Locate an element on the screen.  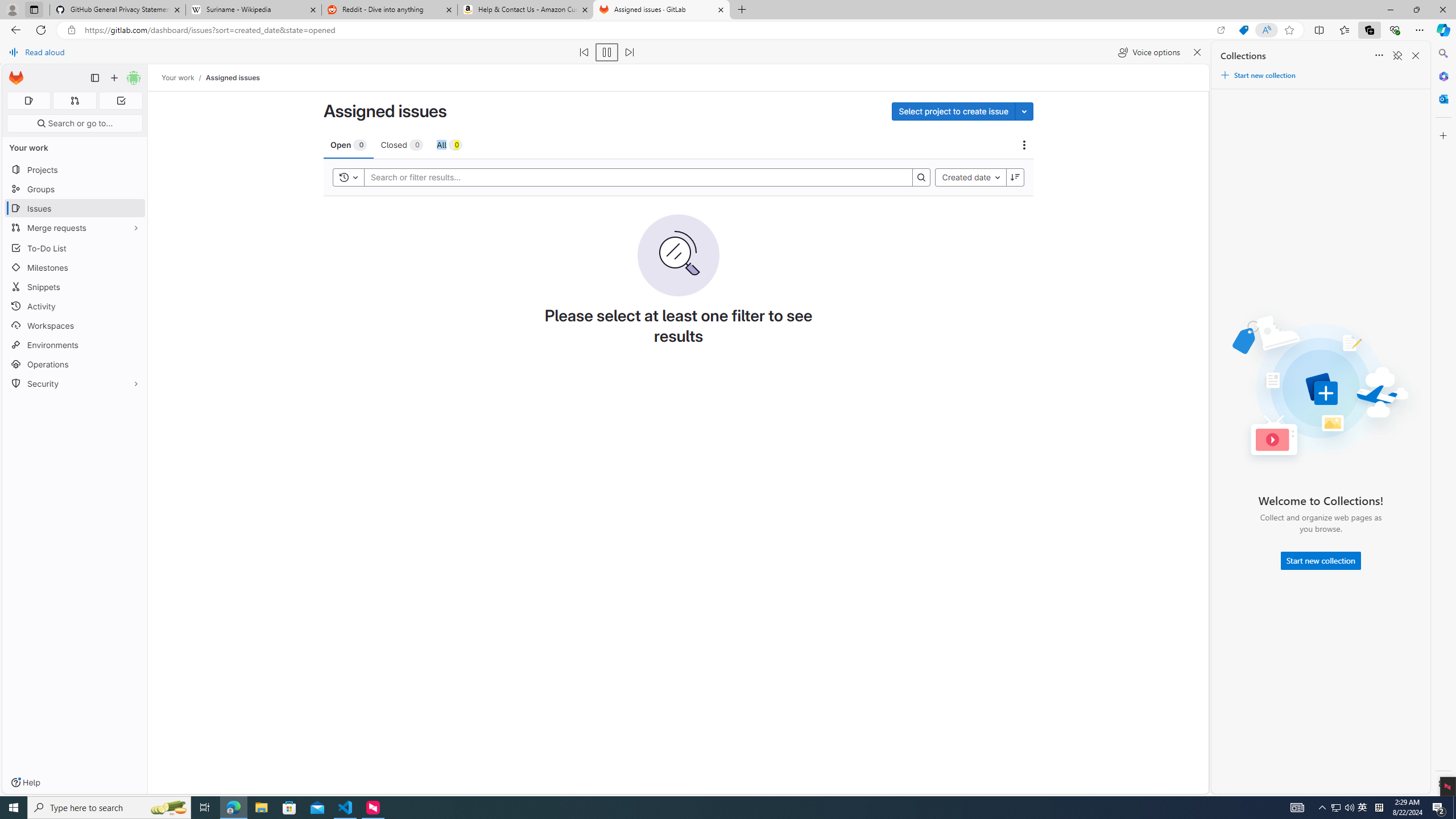
'Assigned issues' is located at coordinates (232, 78).